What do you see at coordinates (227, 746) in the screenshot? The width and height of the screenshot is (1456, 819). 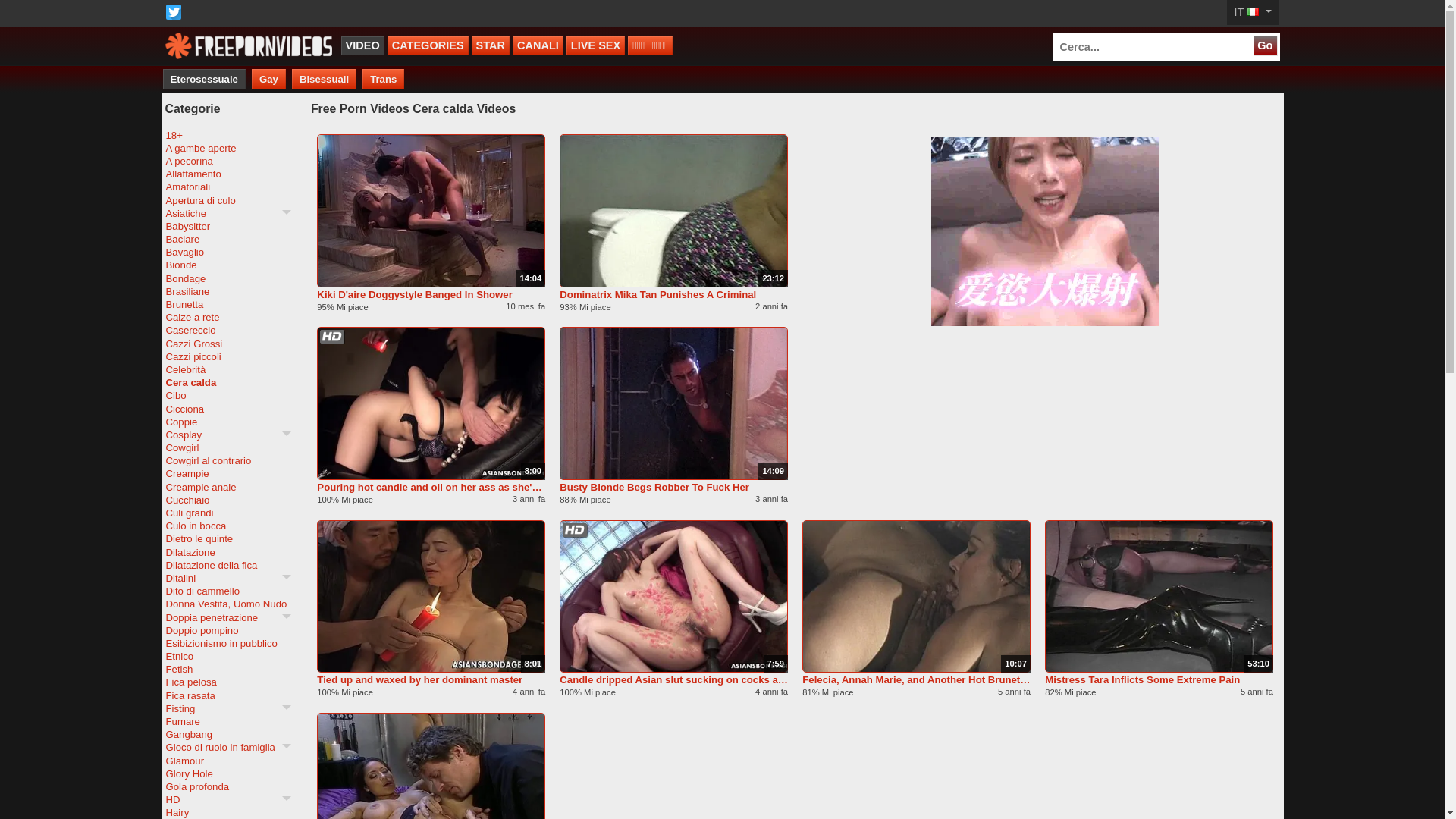 I see `'Gioco di ruolo in famiglia'` at bounding box center [227, 746].